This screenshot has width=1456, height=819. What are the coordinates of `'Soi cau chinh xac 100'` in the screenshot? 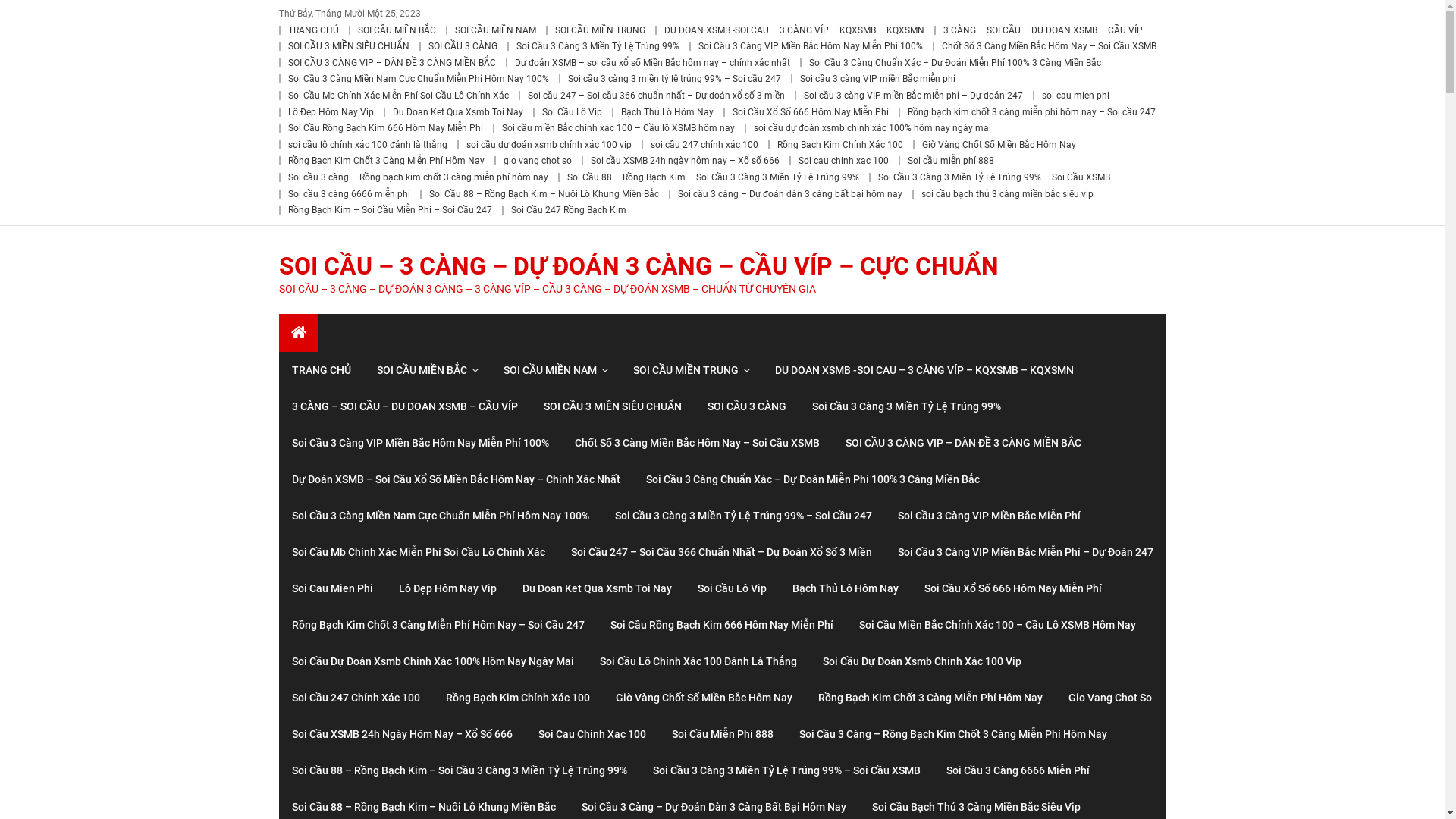 It's located at (842, 161).